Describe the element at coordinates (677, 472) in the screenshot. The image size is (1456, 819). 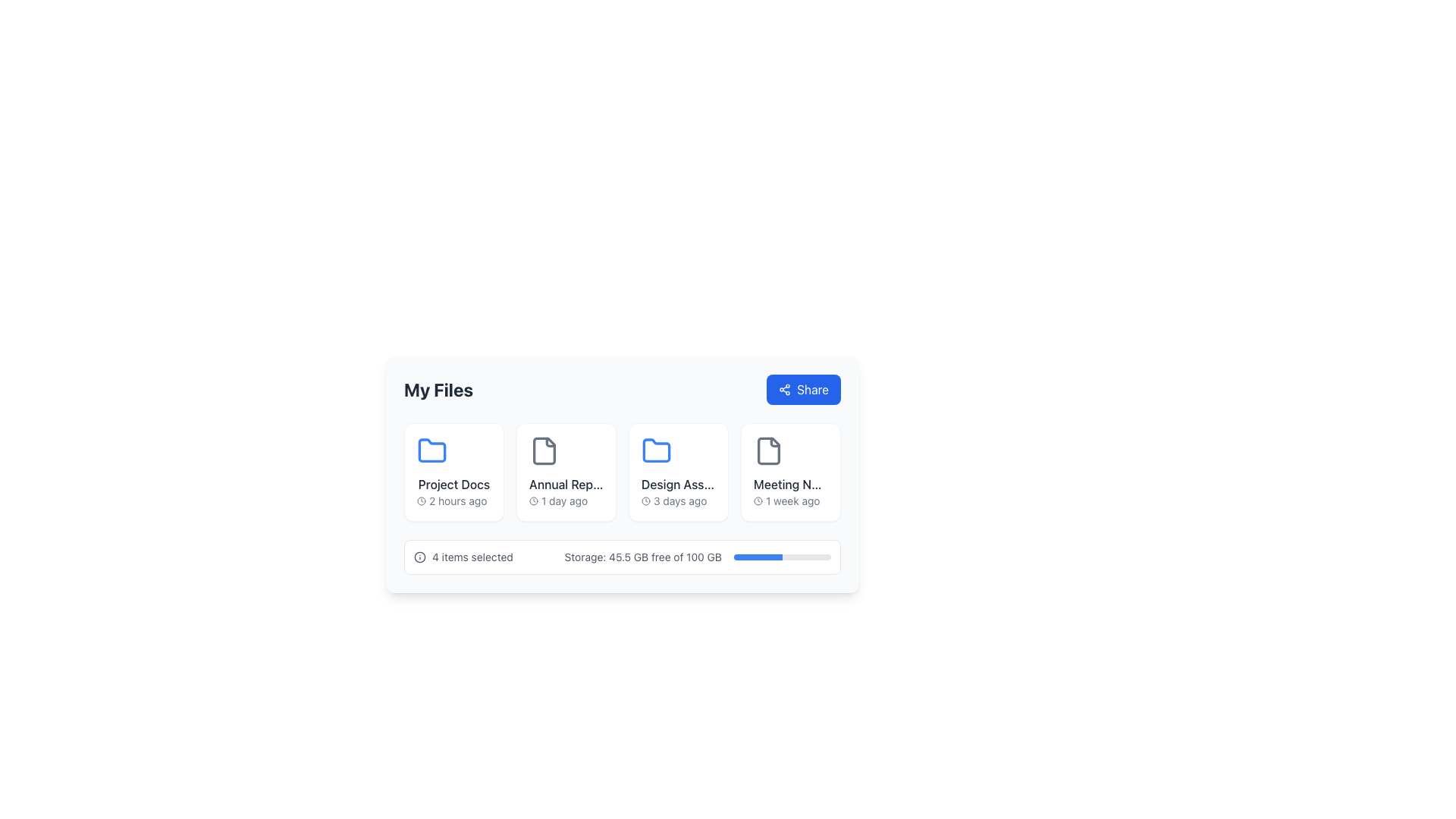
I see `the 'Design Assets' folder card in the file grid interface` at that location.